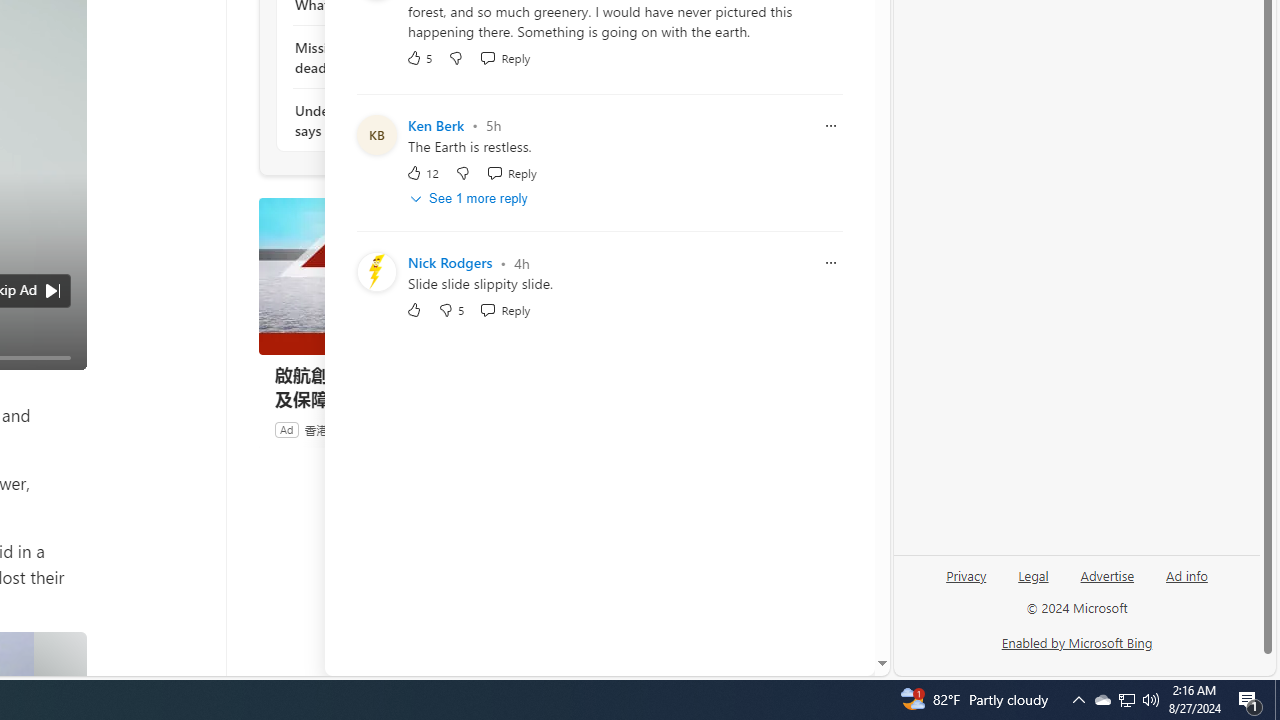 This screenshot has width=1280, height=720. What do you see at coordinates (413, 310) in the screenshot?
I see `'Like'` at bounding box center [413, 310].